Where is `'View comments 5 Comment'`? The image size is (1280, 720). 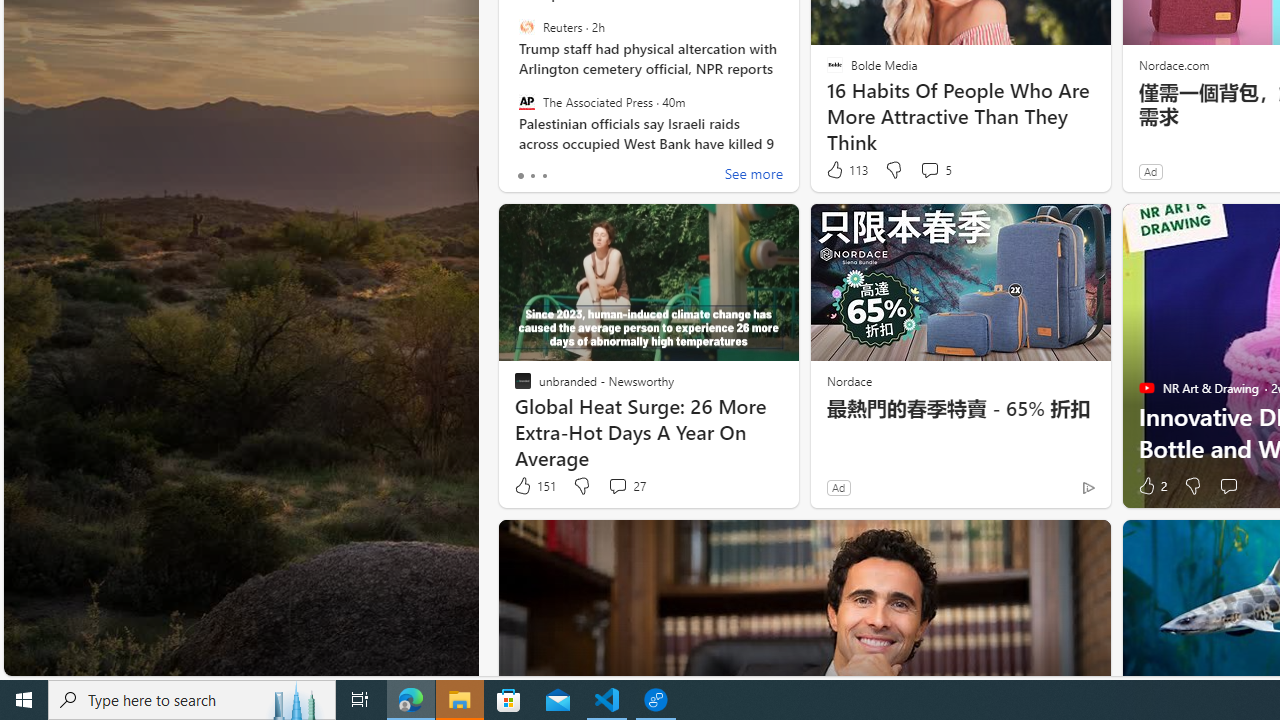
'View comments 5 Comment' is located at coordinates (934, 169).